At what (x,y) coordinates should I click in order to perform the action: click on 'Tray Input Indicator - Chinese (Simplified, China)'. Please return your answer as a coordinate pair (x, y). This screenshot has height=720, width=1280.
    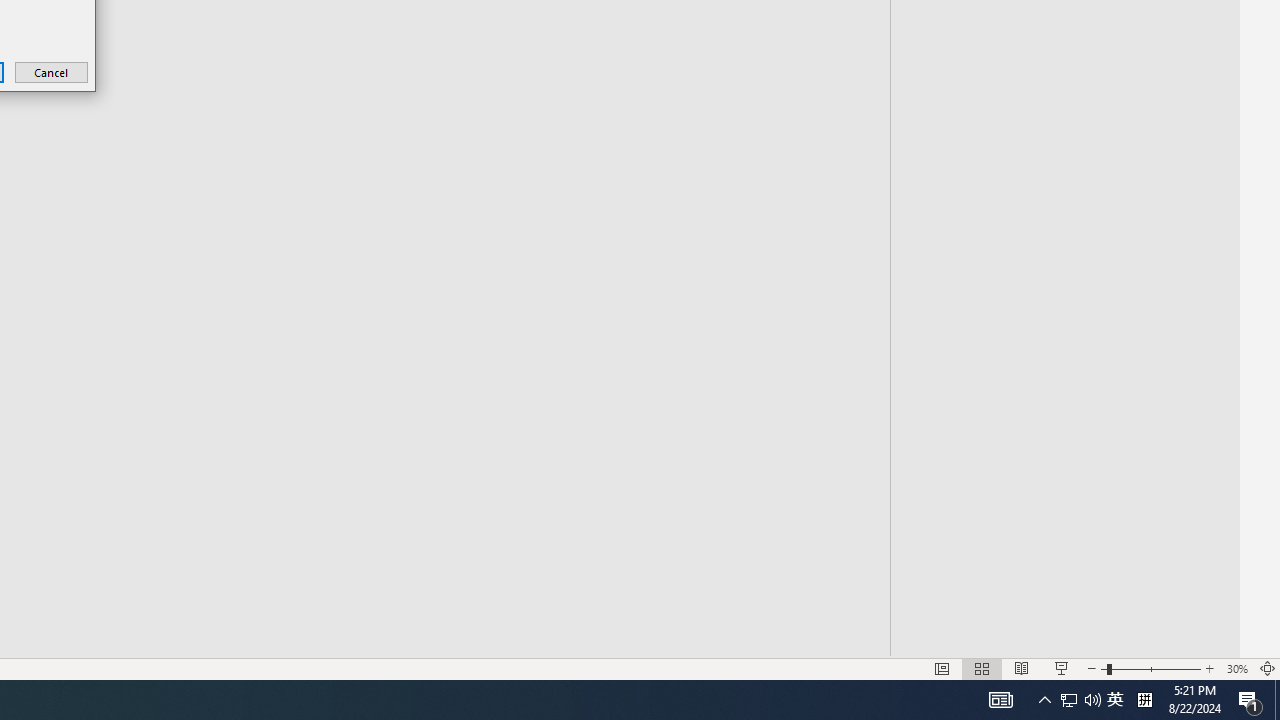
    Looking at the image, I should click on (1144, 698).